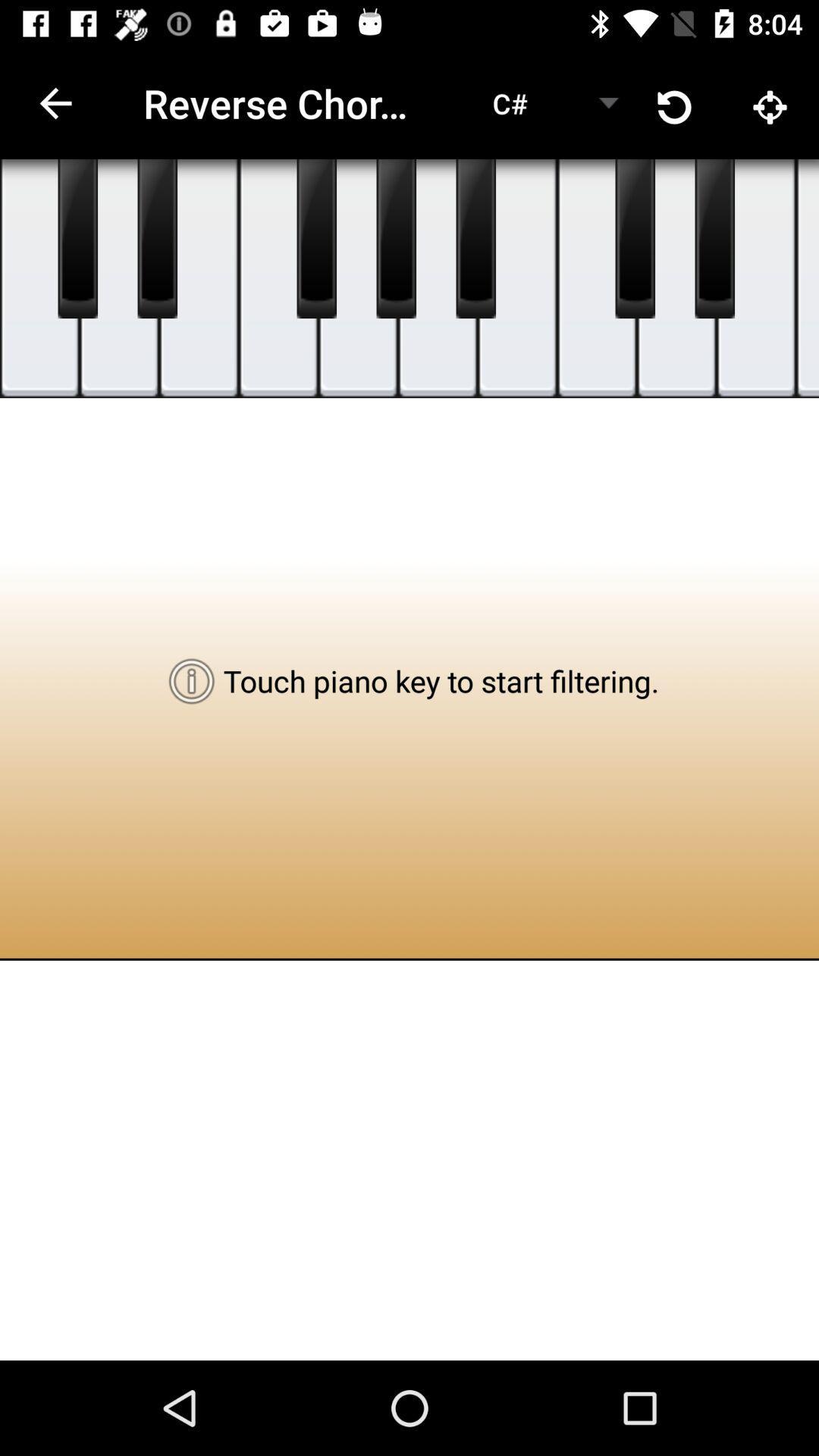 This screenshot has height=1456, width=819. What do you see at coordinates (395, 238) in the screenshot?
I see `the key` at bounding box center [395, 238].